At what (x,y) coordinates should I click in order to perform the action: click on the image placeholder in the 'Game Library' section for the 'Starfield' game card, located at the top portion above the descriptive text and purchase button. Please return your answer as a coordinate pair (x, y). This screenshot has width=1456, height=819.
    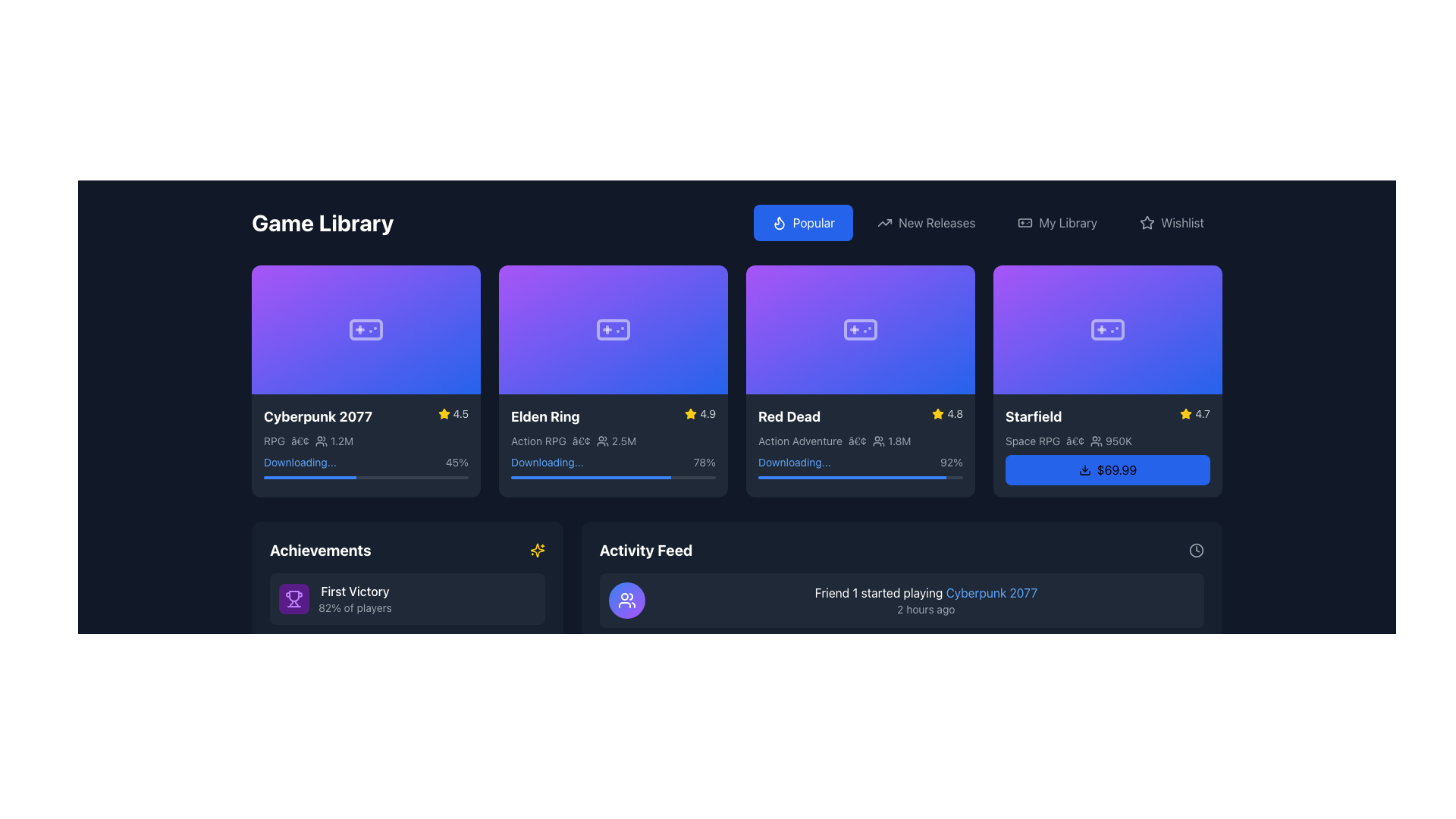
    Looking at the image, I should click on (1107, 328).